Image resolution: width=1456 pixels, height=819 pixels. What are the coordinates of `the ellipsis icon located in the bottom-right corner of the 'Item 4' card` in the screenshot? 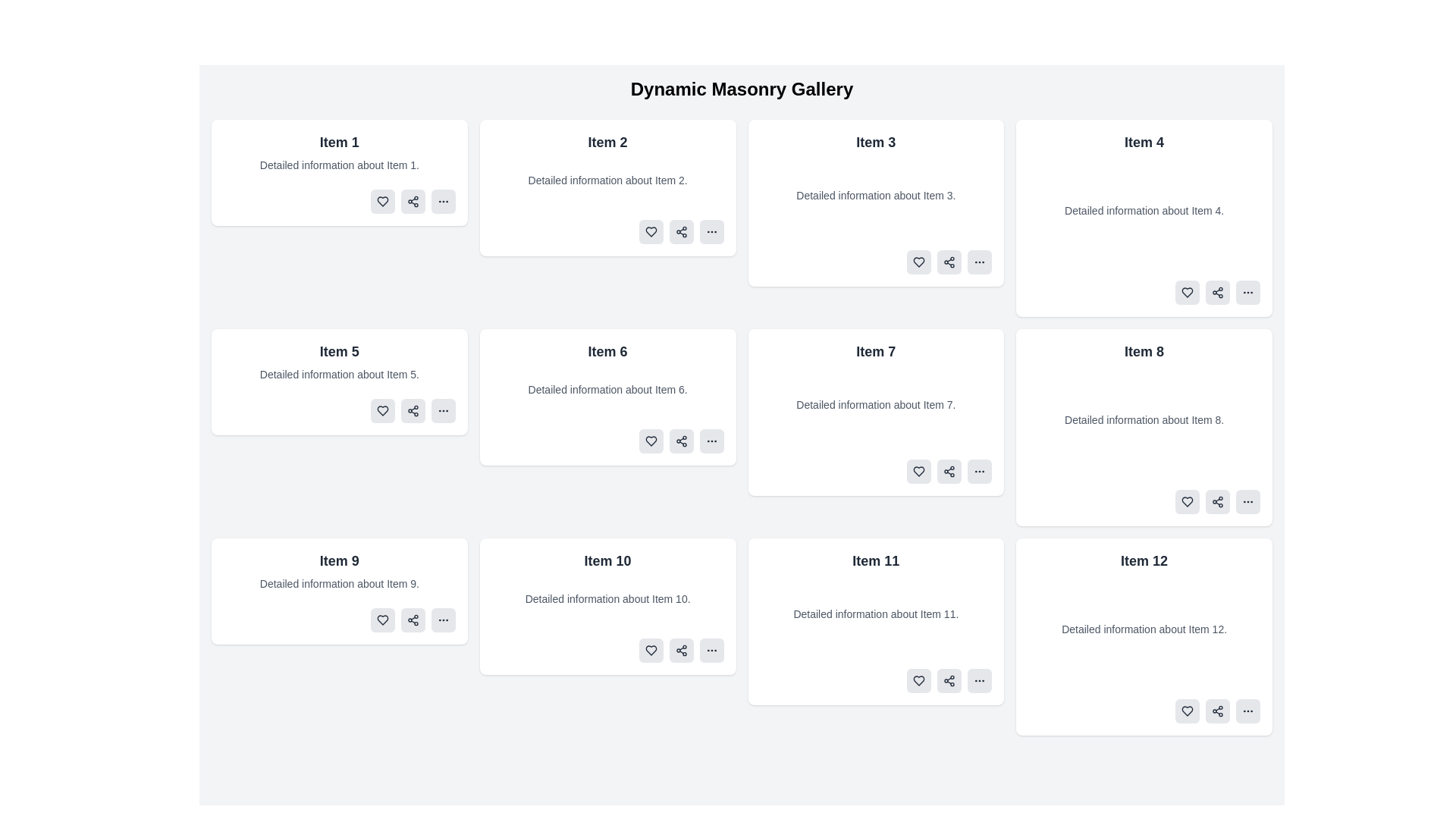 It's located at (1248, 292).